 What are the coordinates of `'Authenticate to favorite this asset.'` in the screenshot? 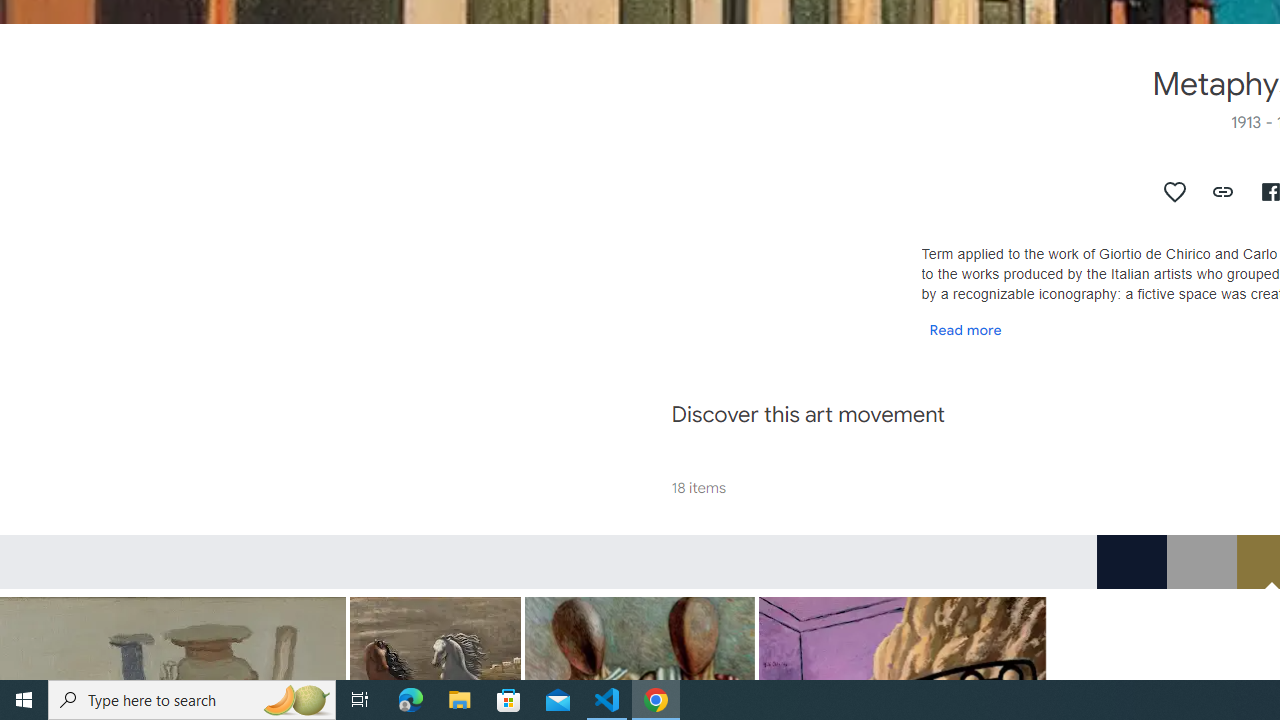 It's located at (1175, 191).